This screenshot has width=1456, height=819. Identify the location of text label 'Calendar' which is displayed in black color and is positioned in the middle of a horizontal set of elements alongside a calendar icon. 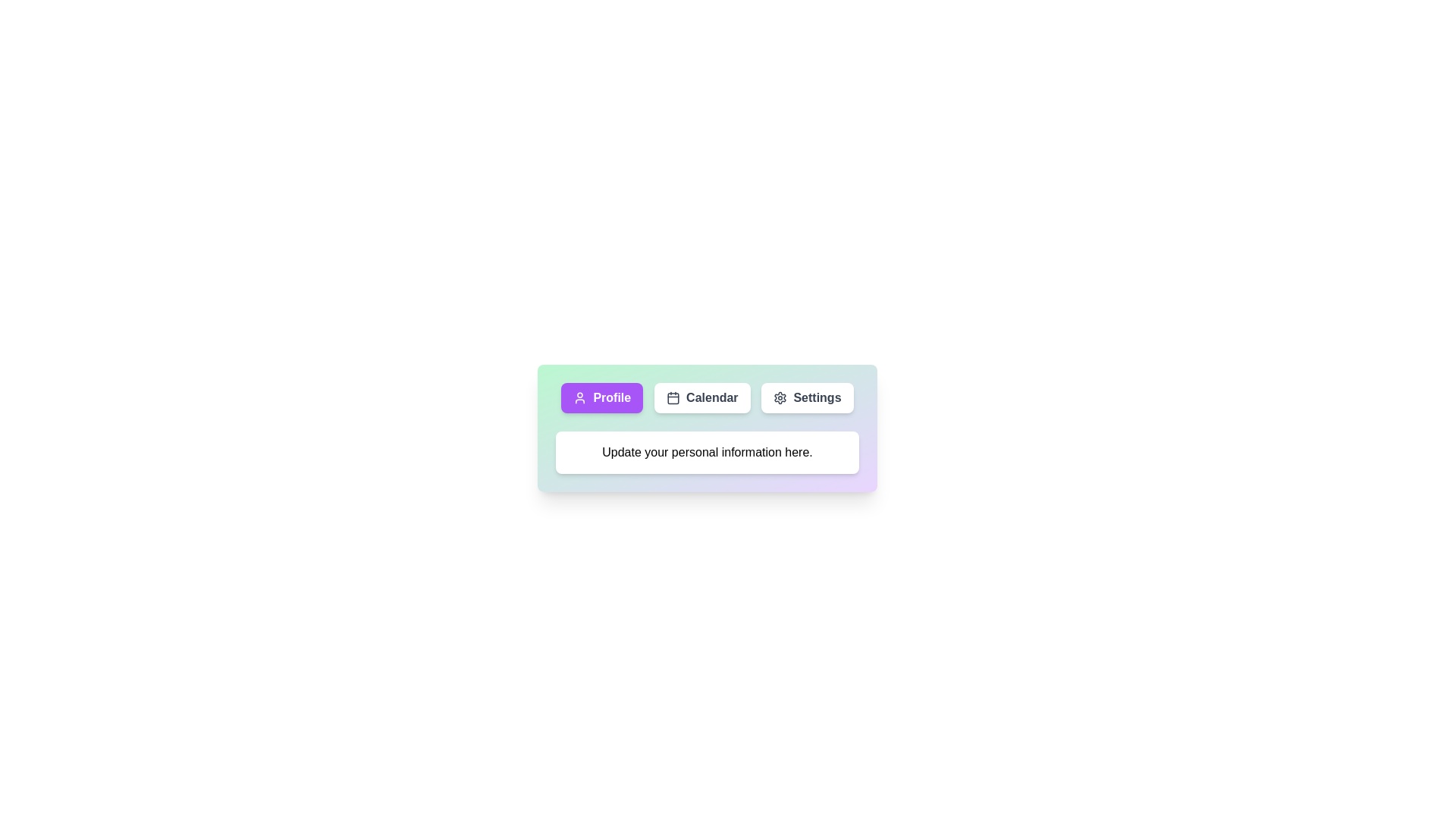
(711, 397).